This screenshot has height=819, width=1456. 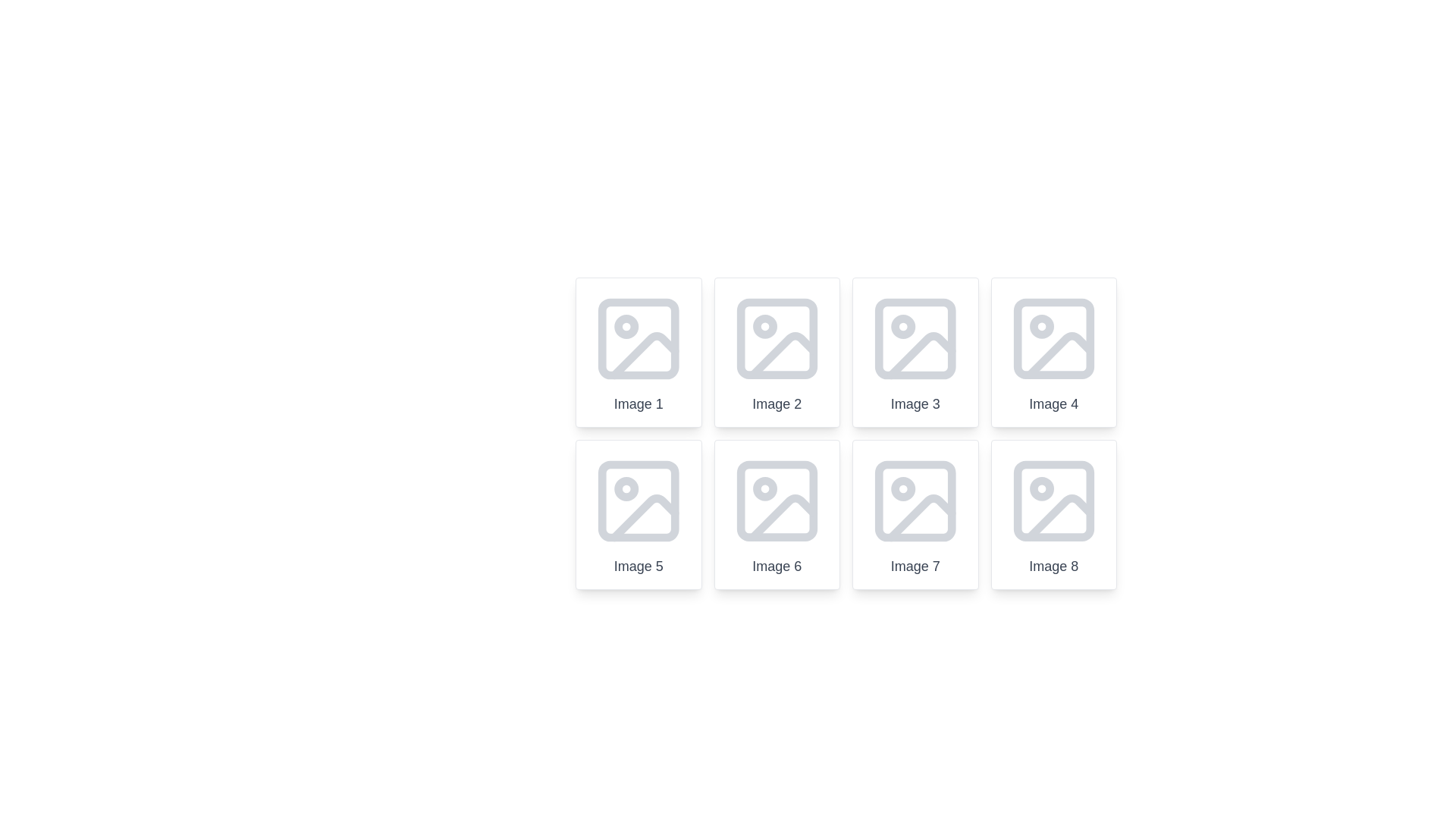 I want to click on the caption text below the graphic placeholder for 'Image 4' to edit the label, so click(x=1053, y=353).